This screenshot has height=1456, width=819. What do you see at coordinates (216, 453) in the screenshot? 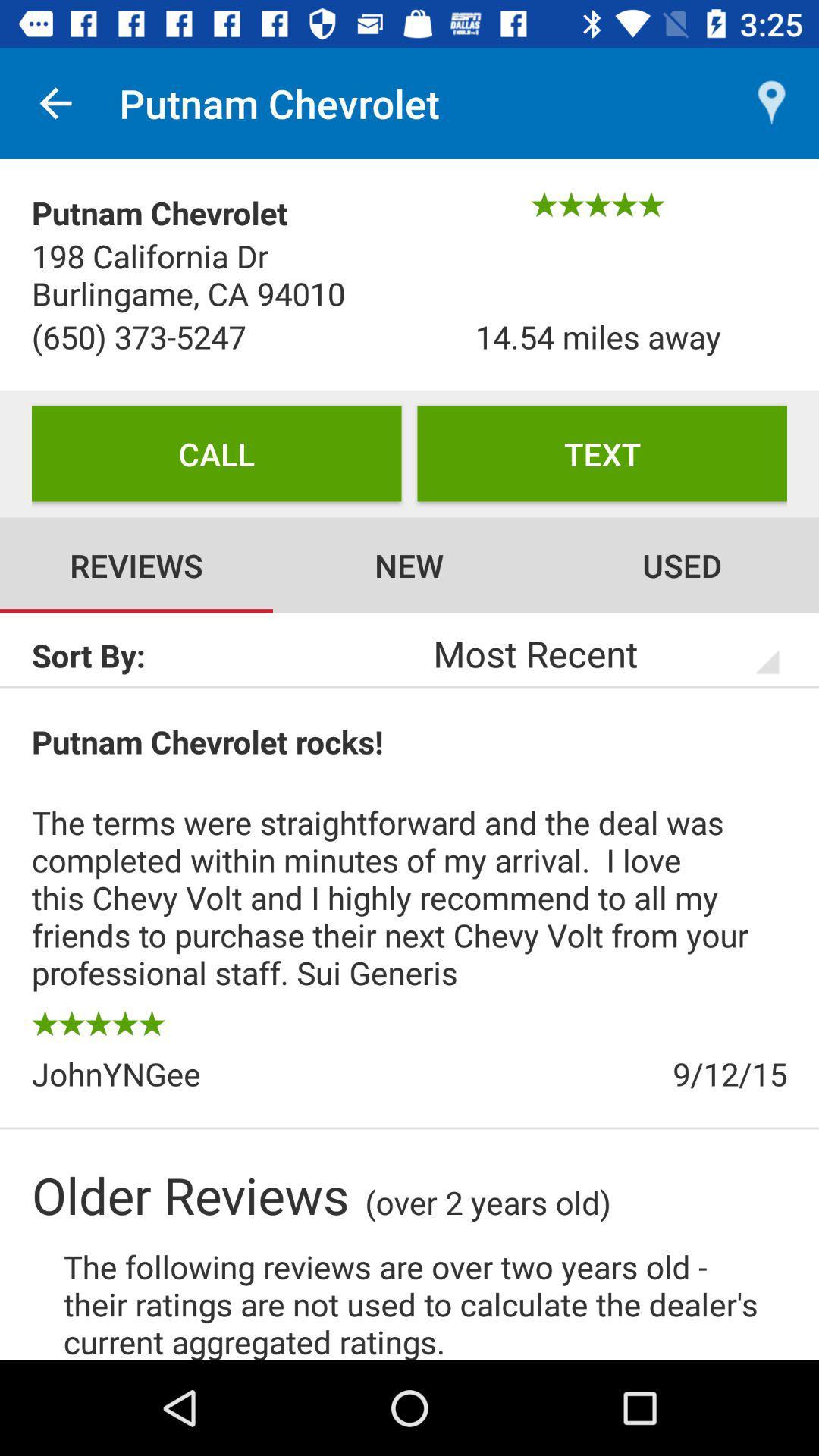
I see `the item next to text` at bounding box center [216, 453].